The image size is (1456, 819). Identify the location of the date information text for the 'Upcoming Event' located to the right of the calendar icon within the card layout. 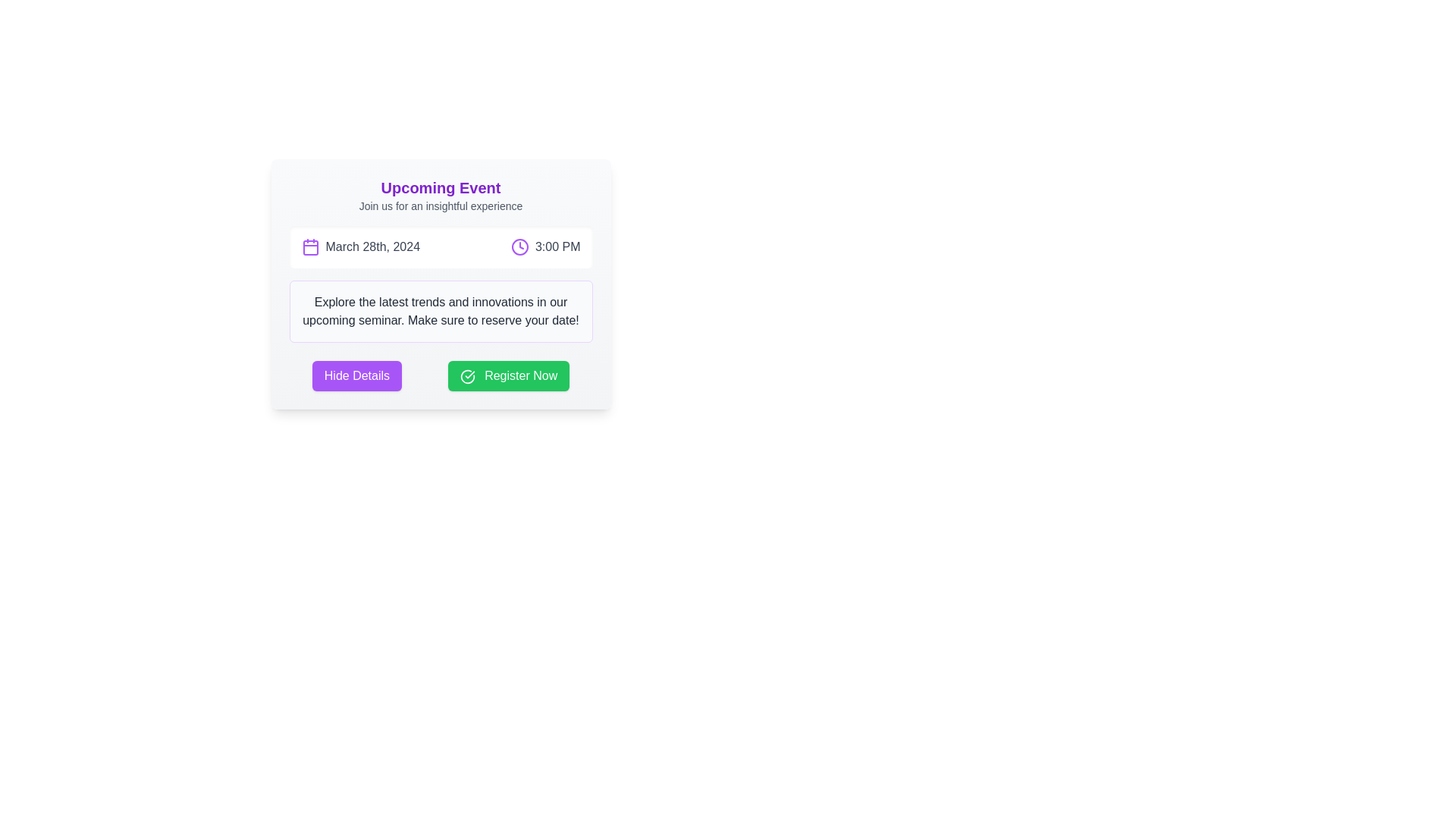
(372, 246).